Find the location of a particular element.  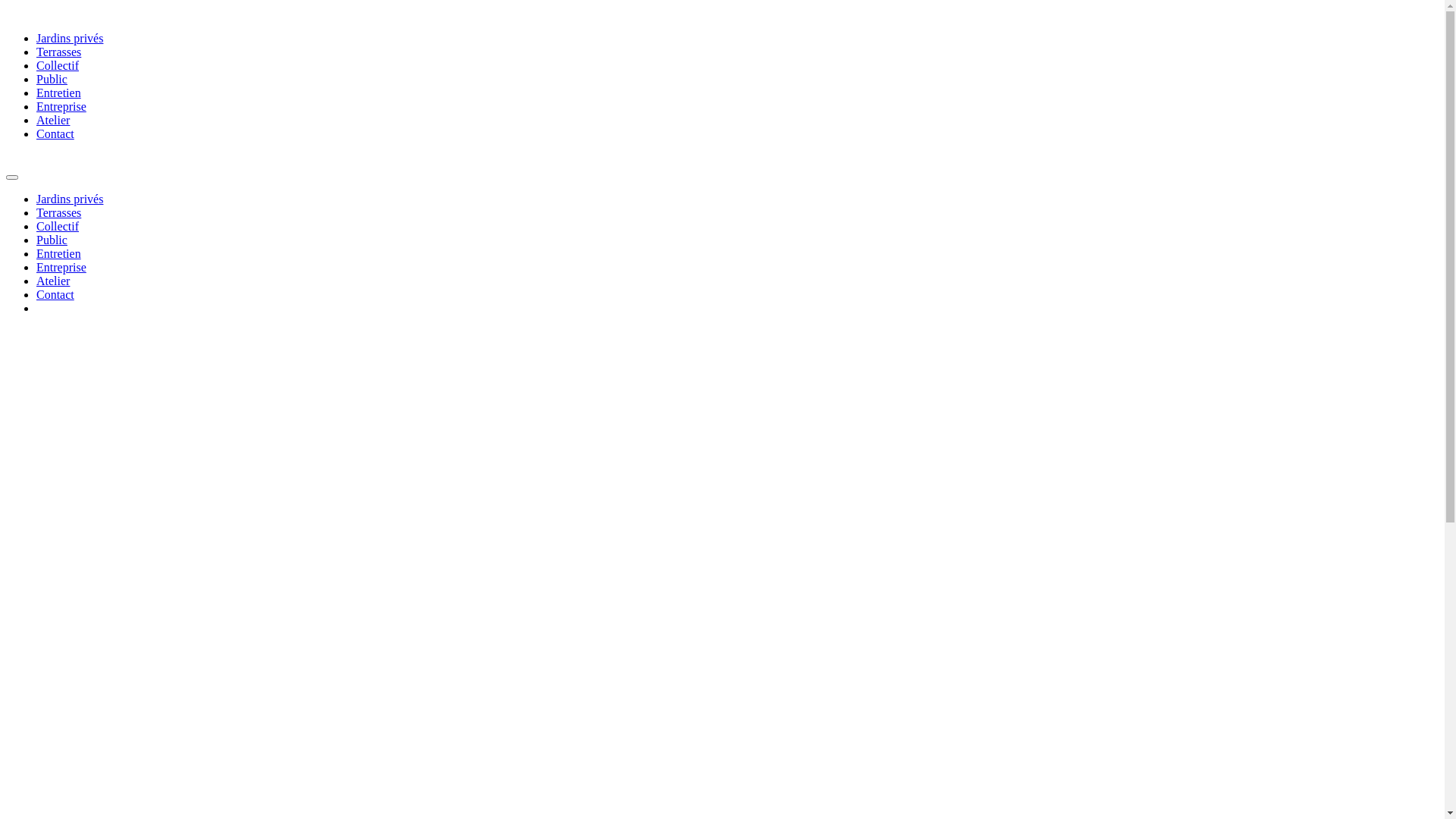

'Entretien' is located at coordinates (58, 253).